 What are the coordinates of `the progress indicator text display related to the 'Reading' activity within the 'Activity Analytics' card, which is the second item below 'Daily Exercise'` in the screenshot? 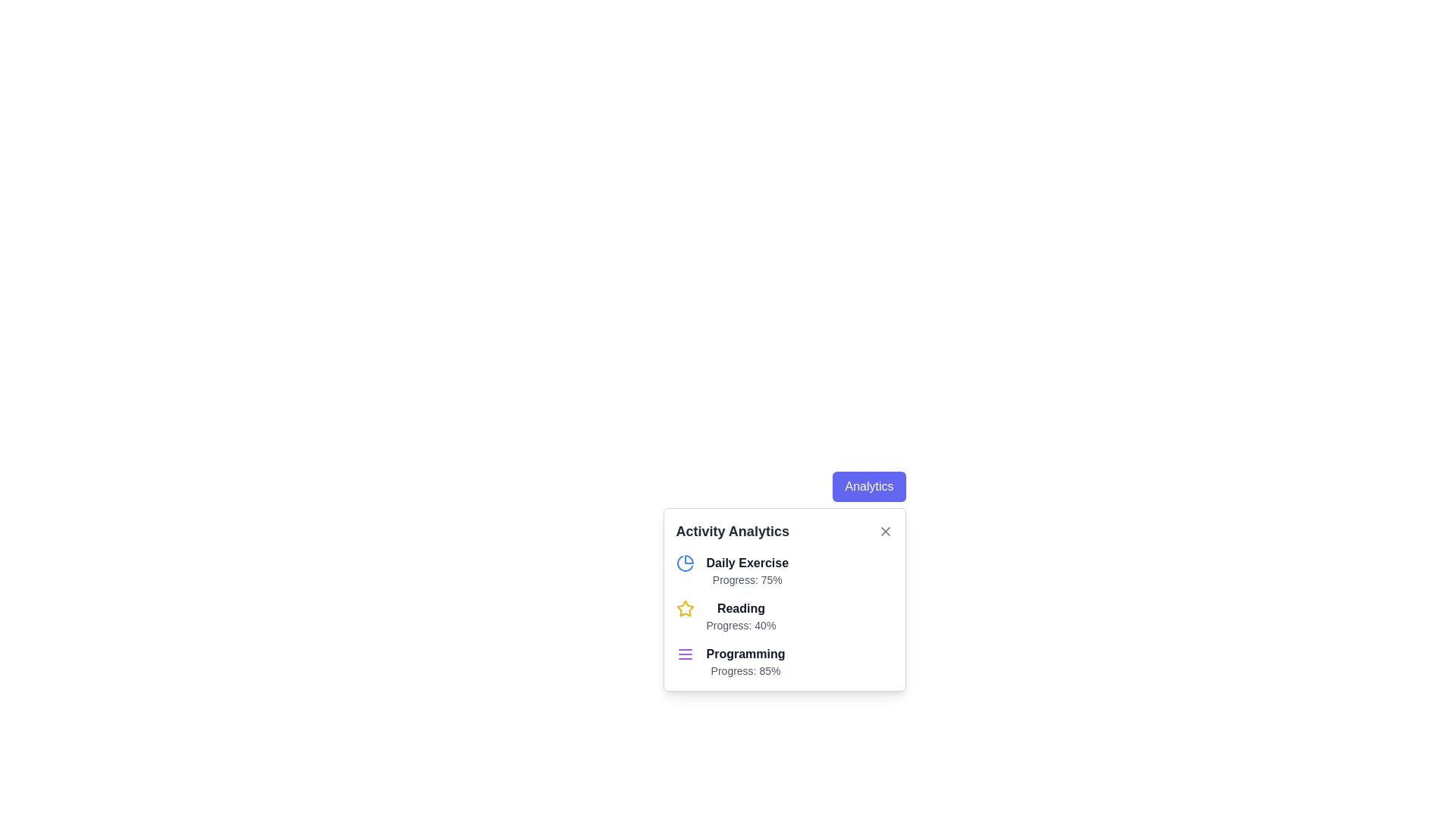 It's located at (741, 617).